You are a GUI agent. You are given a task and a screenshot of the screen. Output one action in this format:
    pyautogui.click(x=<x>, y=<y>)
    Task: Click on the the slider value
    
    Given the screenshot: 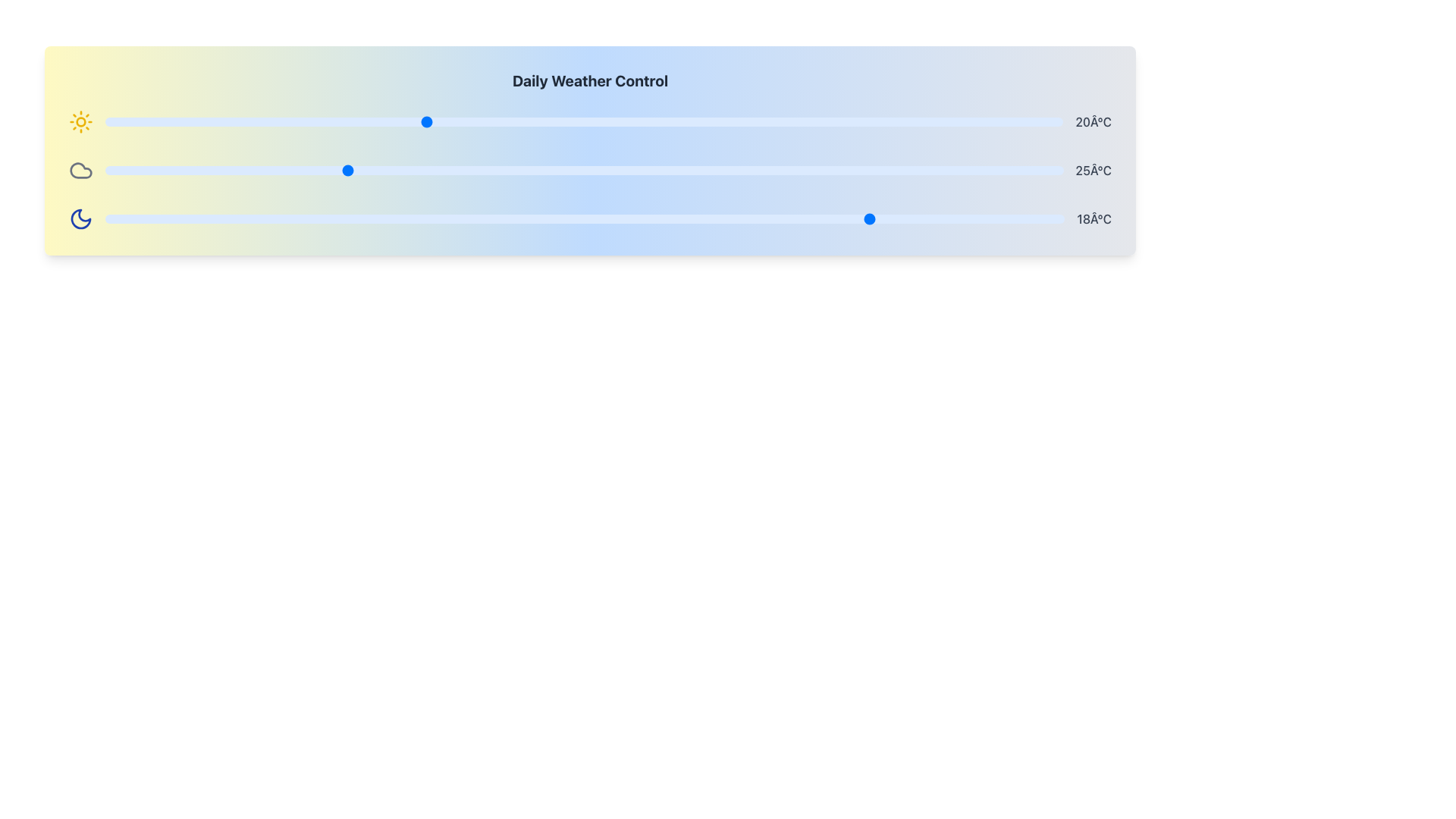 What is the action you would take?
    pyautogui.click(x=871, y=170)
    